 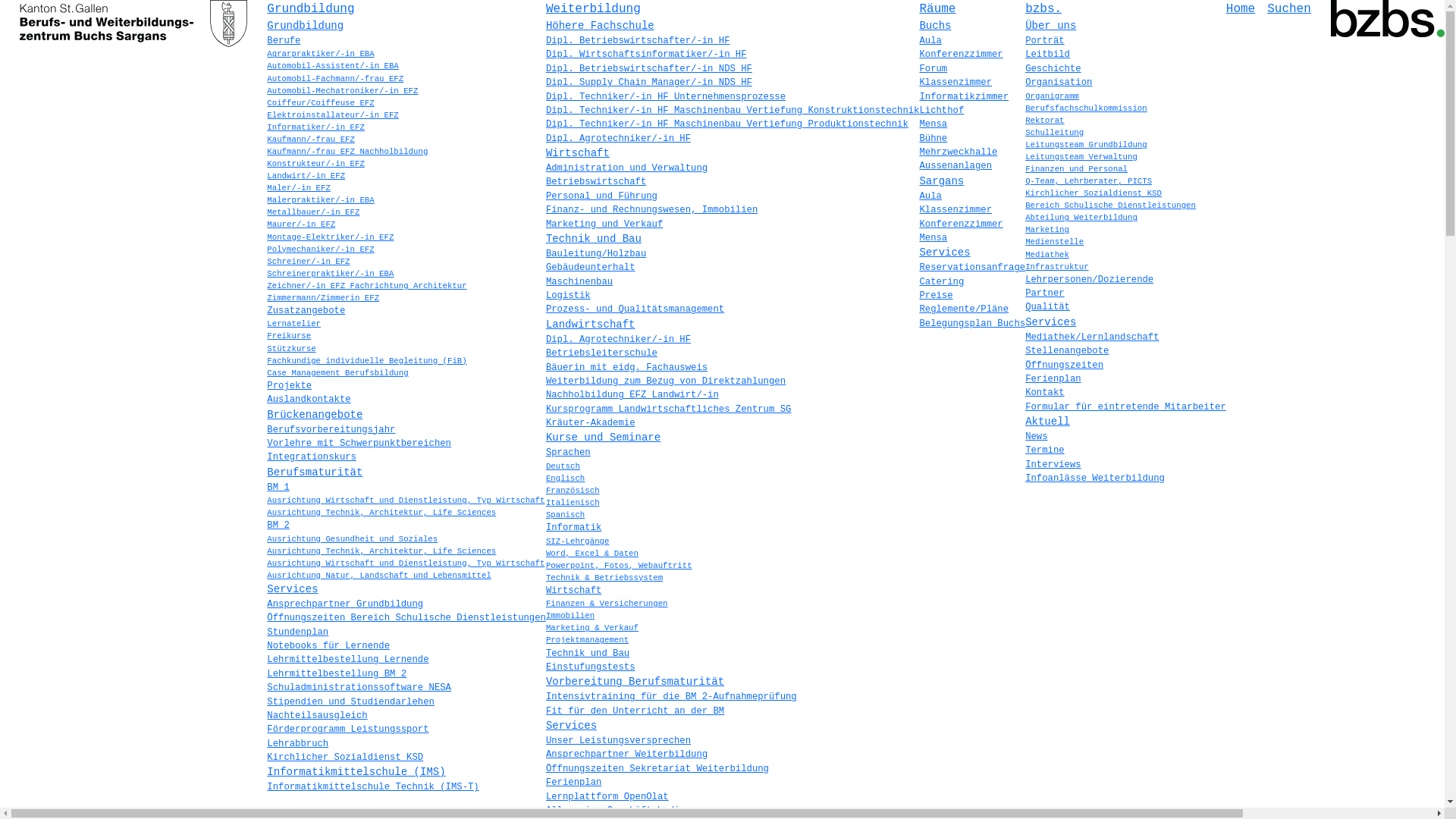 I want to click on 'Lehrpersonen/Dozierende', so click(x=1025, y=280).